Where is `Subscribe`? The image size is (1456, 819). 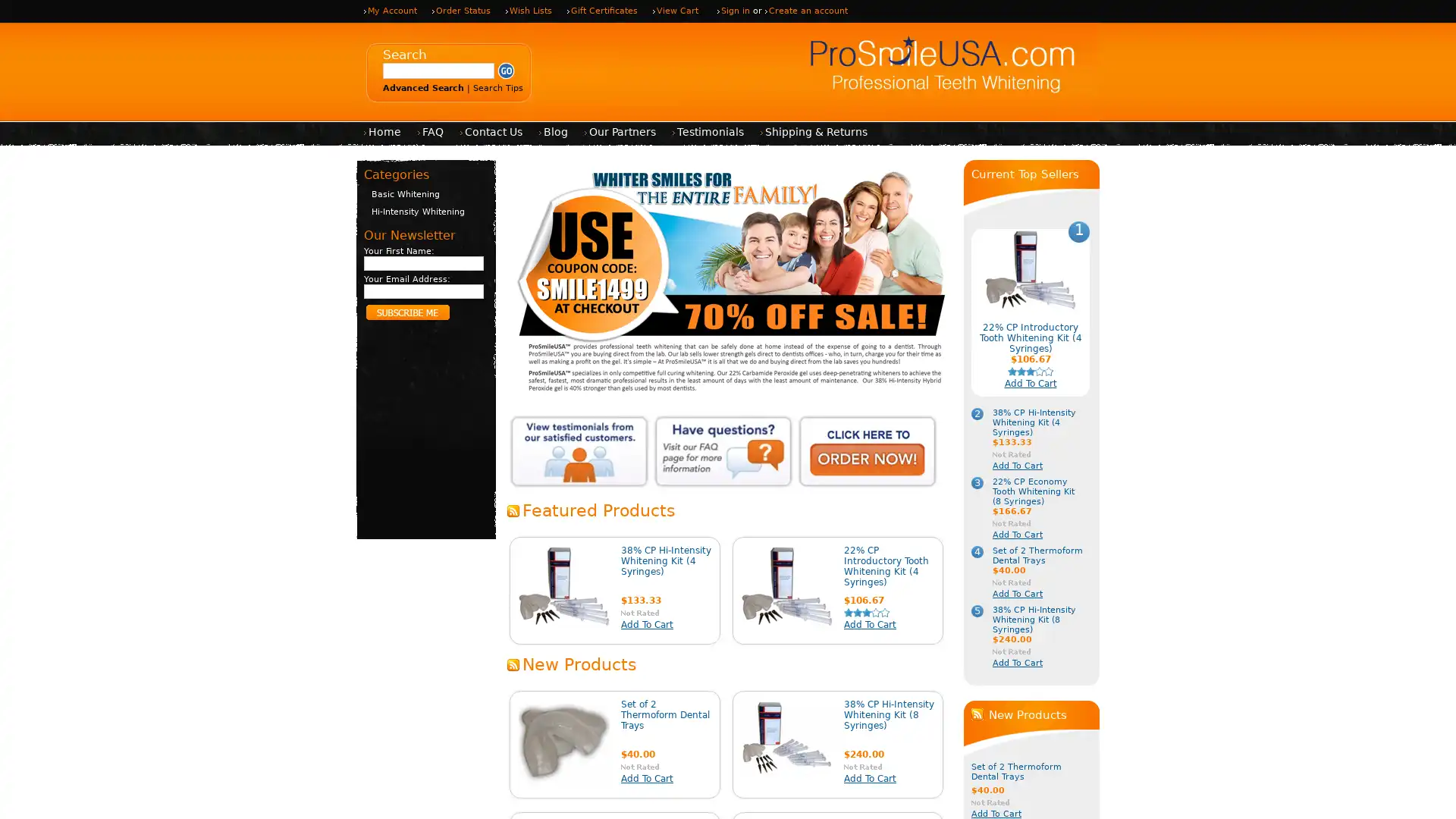 Subscribe is located at coordinates (407, 312).